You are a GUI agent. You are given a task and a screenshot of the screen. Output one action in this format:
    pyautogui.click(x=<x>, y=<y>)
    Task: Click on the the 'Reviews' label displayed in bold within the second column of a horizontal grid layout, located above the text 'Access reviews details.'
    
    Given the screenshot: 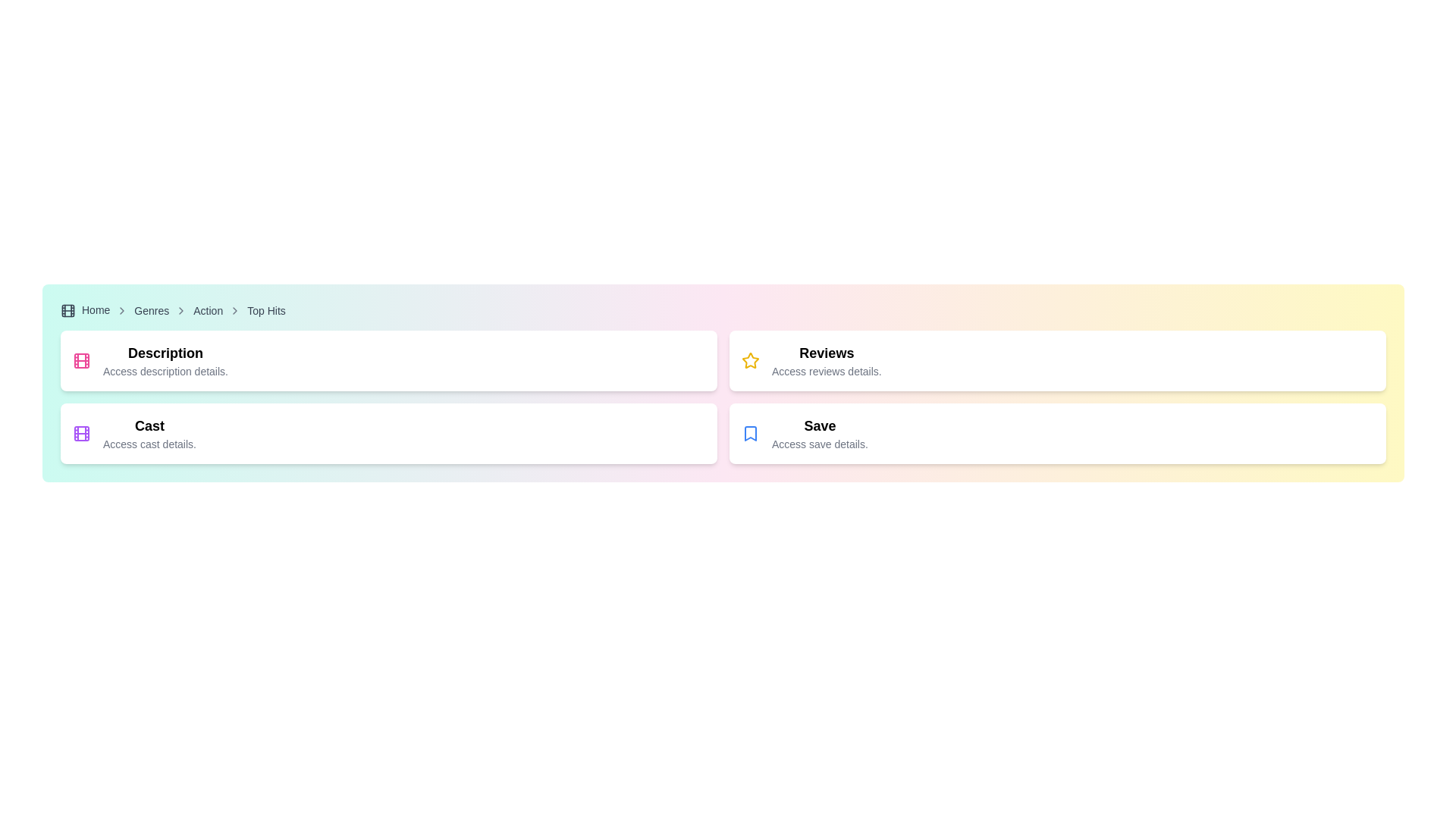 What is the action you would take?
    pyautogui.click(x=826, y=353)
    